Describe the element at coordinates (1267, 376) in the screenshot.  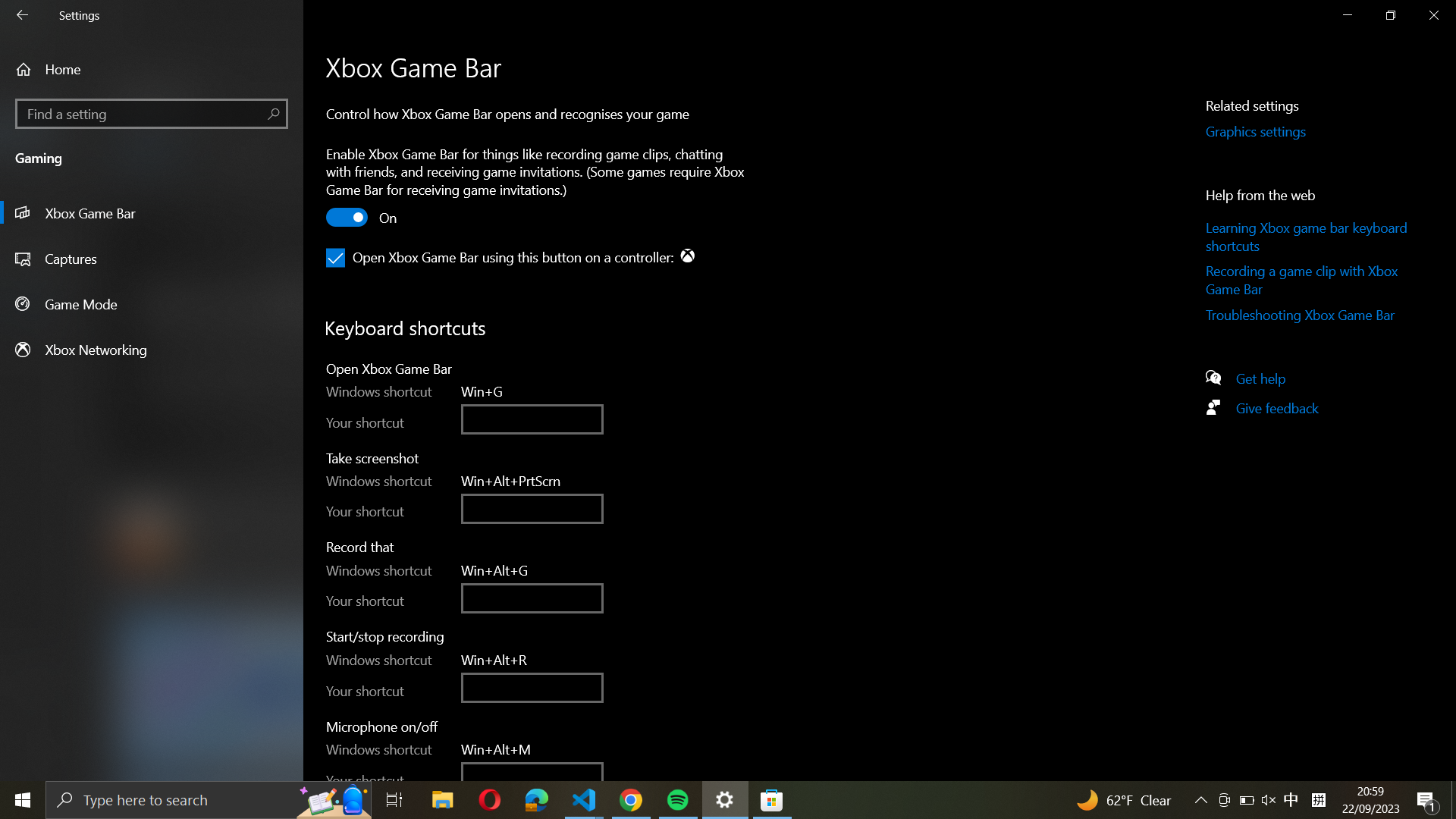
I see `the Assistance page` at that location.